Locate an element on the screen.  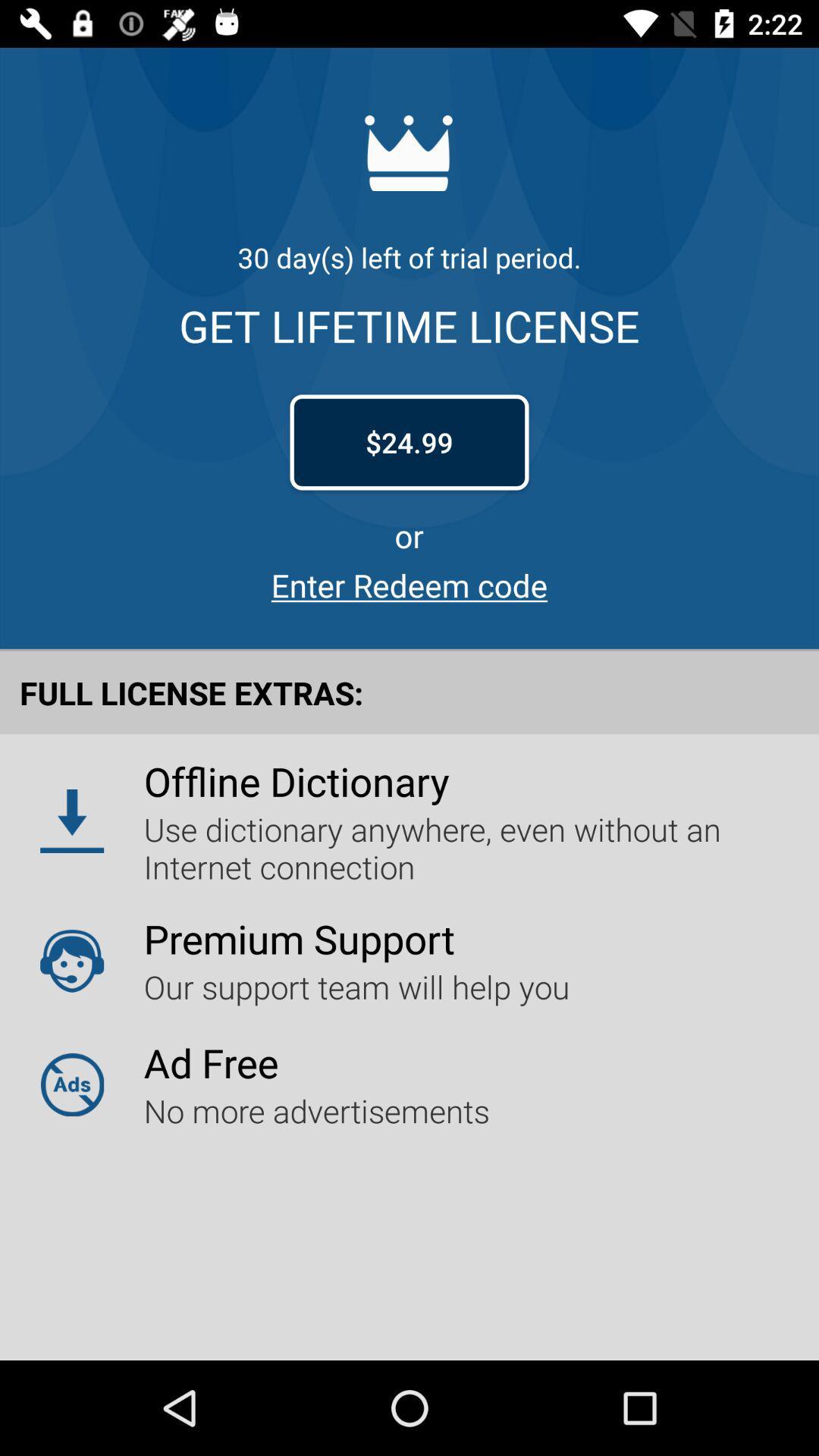
$24.99 icon is located at coordinates (409, 441).